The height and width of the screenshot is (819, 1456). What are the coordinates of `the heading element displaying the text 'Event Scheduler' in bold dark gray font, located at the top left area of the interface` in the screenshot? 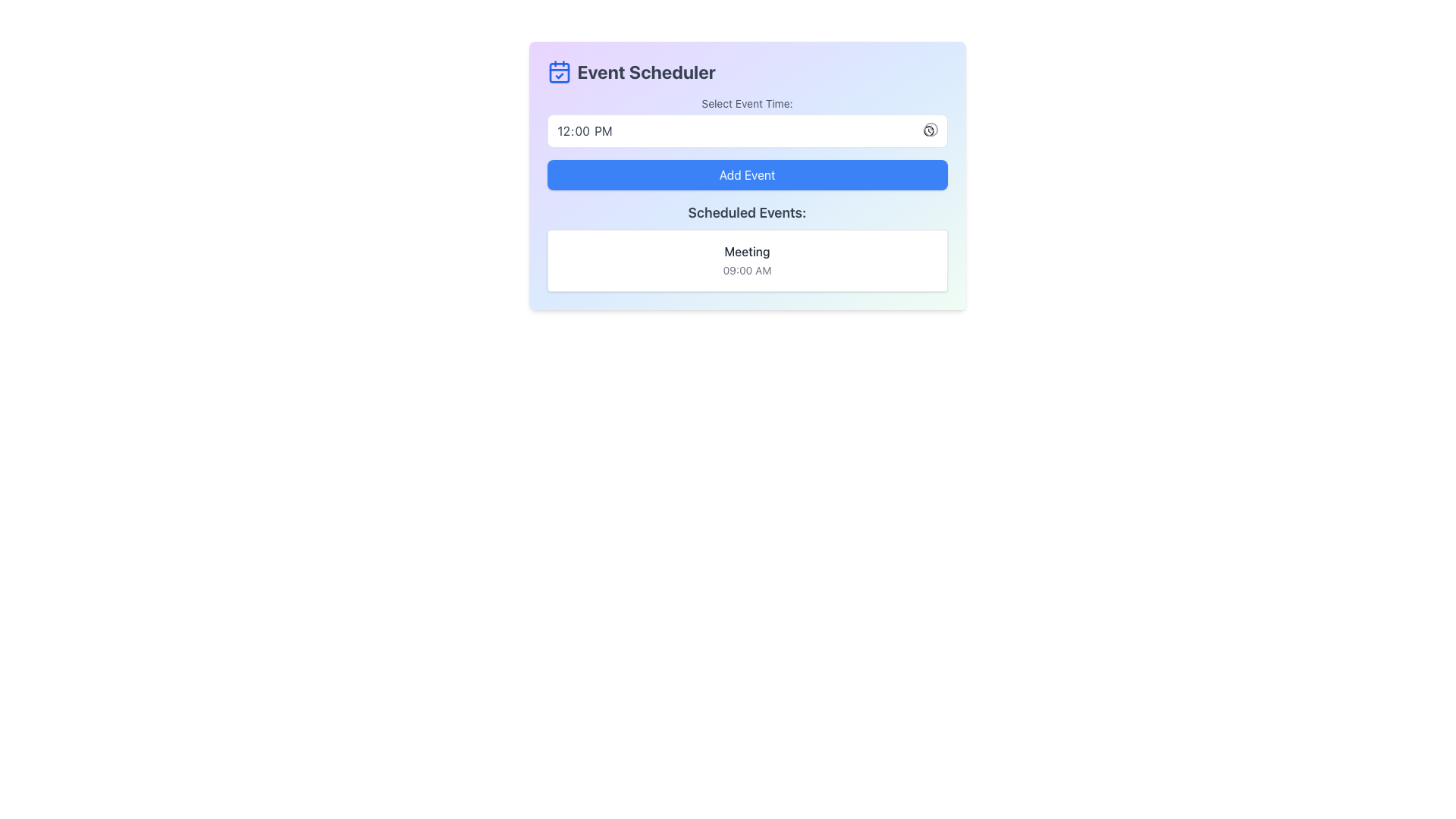 It's located at (646, 72).